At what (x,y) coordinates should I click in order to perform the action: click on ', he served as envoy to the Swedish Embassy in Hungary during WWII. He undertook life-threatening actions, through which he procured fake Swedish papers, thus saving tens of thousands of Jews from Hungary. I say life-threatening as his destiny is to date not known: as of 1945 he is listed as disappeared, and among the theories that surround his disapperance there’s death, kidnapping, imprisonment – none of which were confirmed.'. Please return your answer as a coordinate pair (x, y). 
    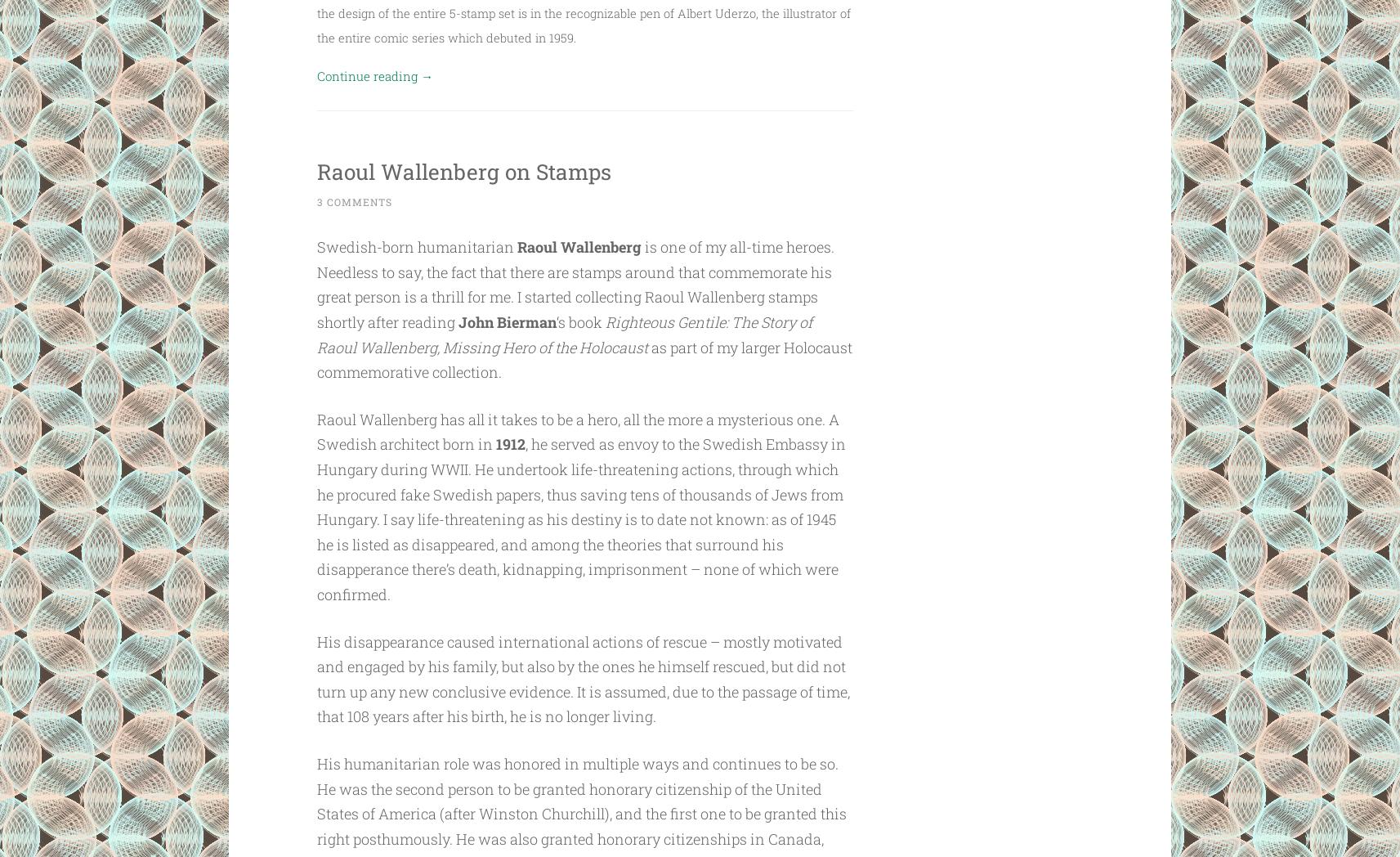
    Looking at the image, I should click on (580, 518).